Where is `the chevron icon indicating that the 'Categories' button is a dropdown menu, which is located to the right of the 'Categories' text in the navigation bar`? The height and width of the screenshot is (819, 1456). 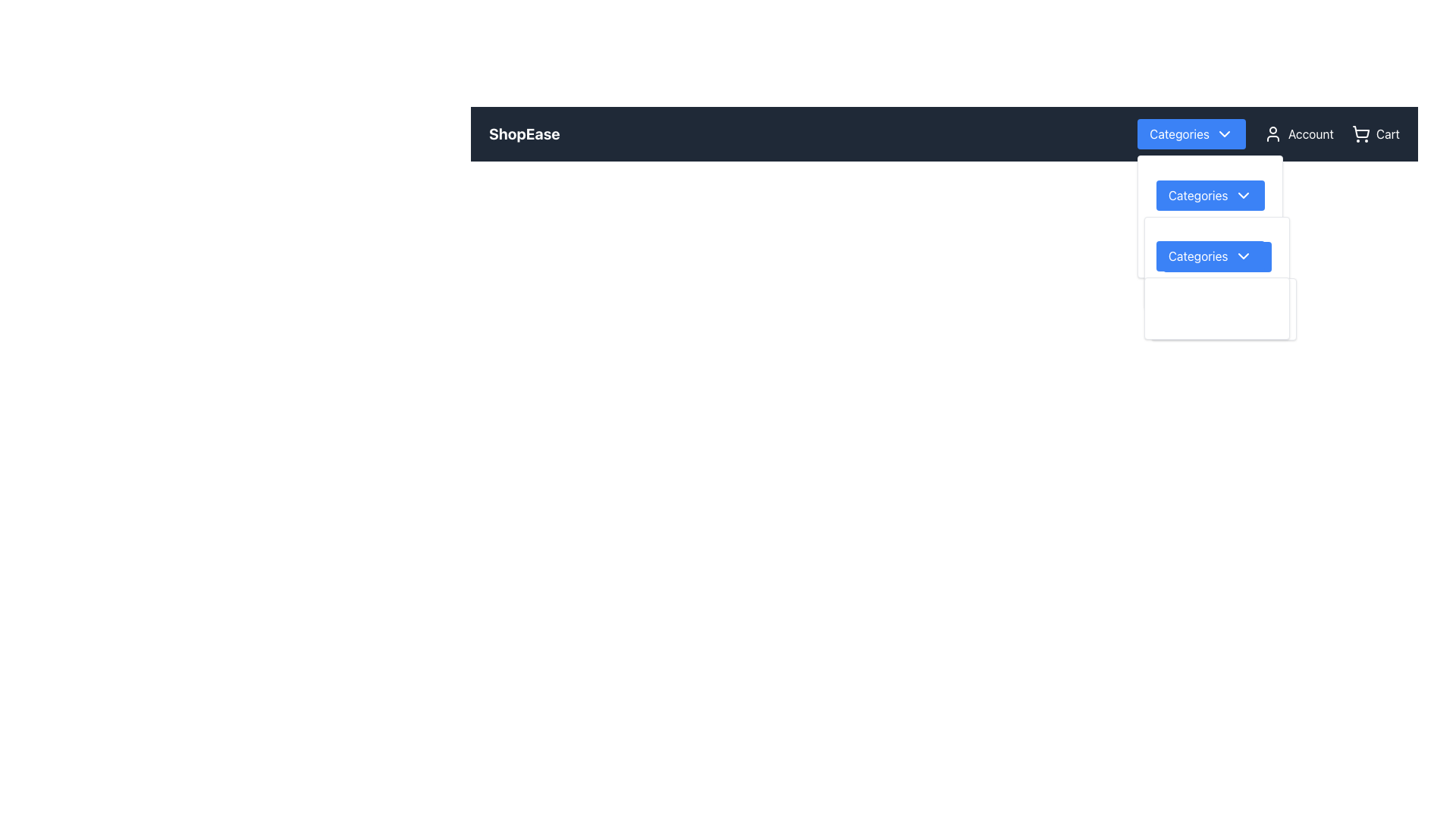
the chevron icon indicating that the 'Categories' button is a dropdown menu, which is located to the right of the 'Categories' text in the navigation bar is located at coordinates (1243, 256).